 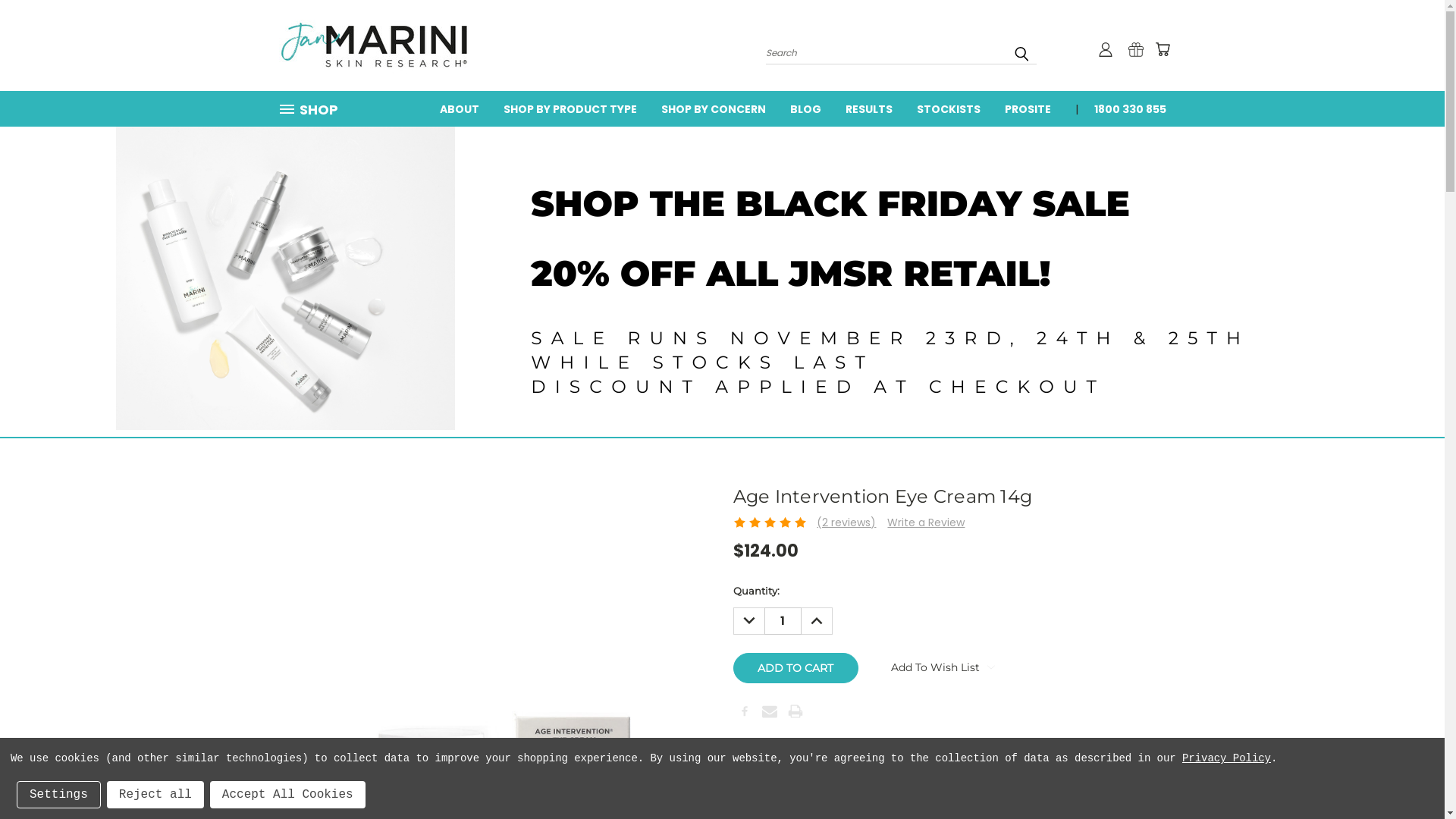 I want to click on 'Gift Certificates', so click(x=1135, y=49).